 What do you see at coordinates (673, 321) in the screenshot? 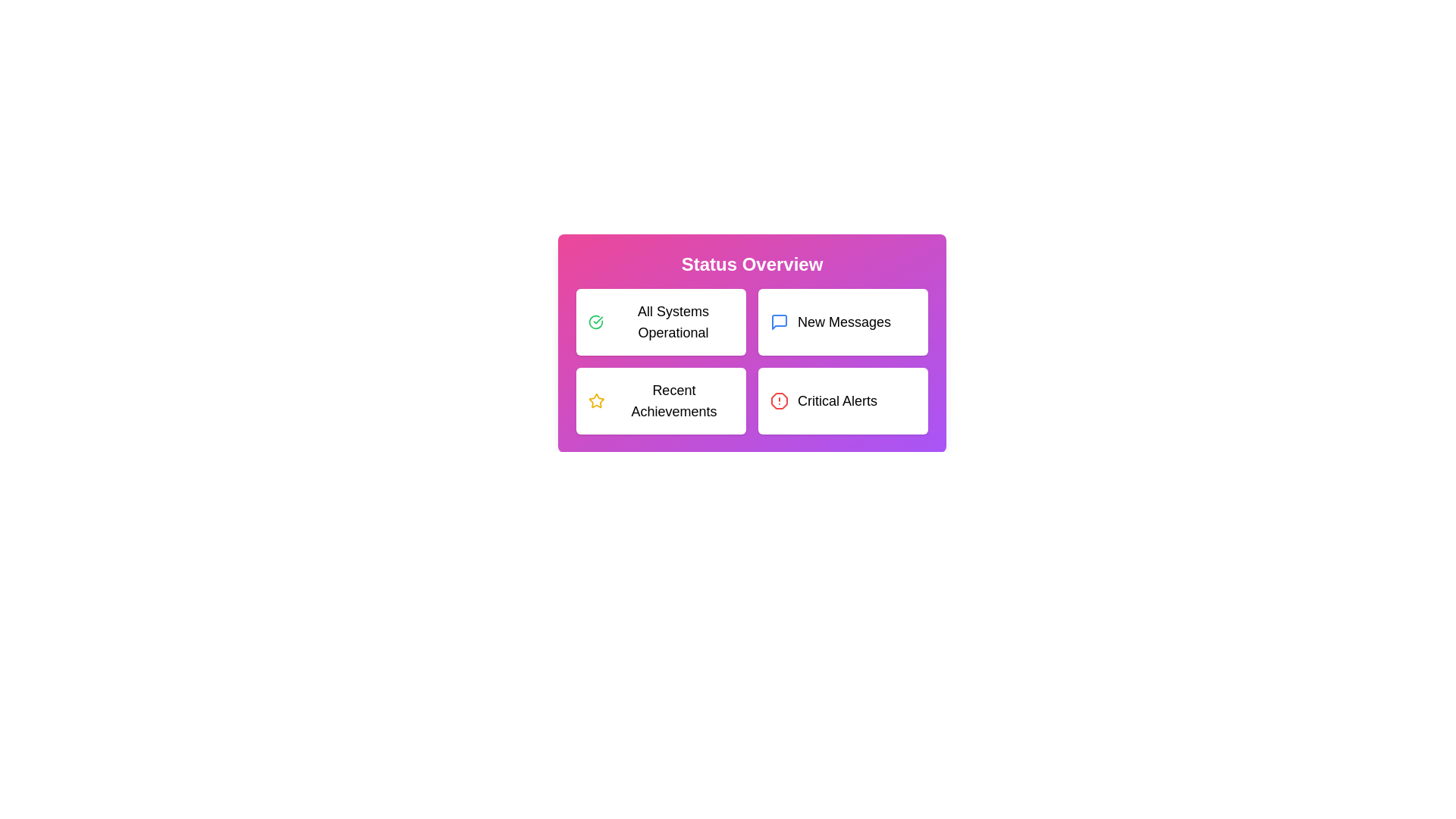
I see `the label displaying 'All Systems Operational', which is located in the top left of the 'Status Overview' box, within a 2x2 grid layout` at bounding box center [673, 321].